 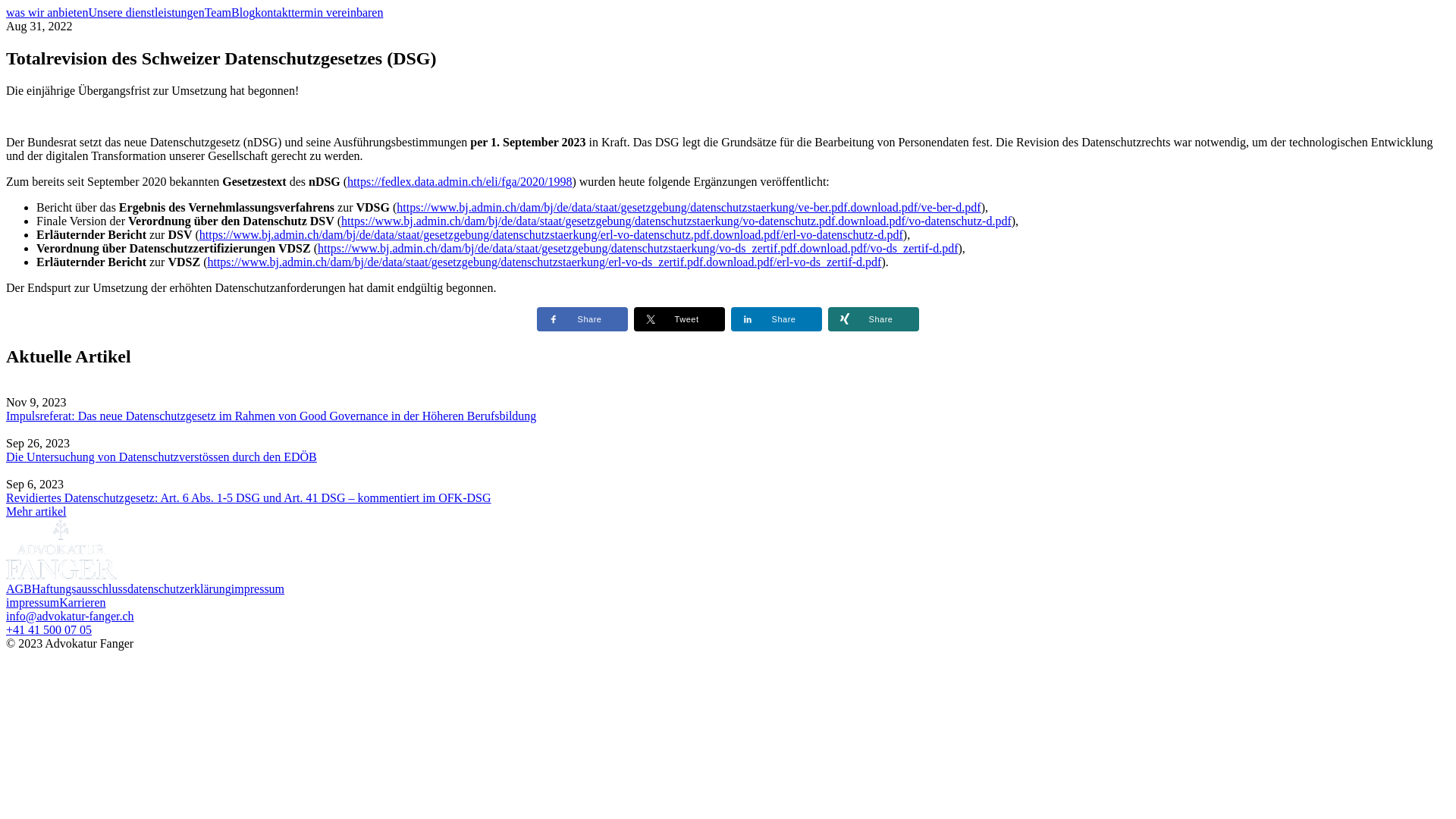 I want to click on 'Team', so click(x=203, y=12).